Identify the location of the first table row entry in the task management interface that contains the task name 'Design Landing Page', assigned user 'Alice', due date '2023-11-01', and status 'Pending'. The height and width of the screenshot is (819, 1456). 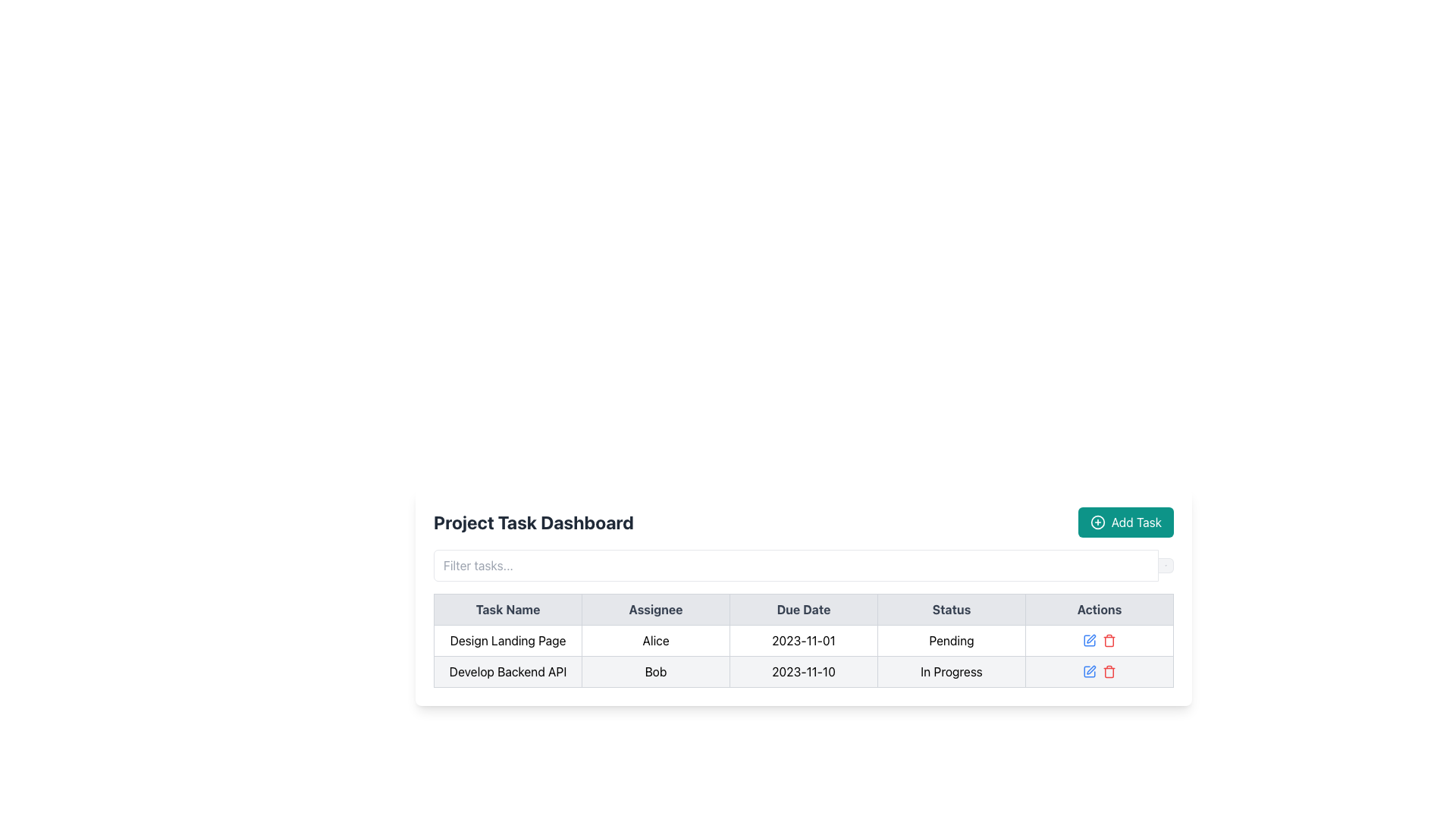
(803, 640).